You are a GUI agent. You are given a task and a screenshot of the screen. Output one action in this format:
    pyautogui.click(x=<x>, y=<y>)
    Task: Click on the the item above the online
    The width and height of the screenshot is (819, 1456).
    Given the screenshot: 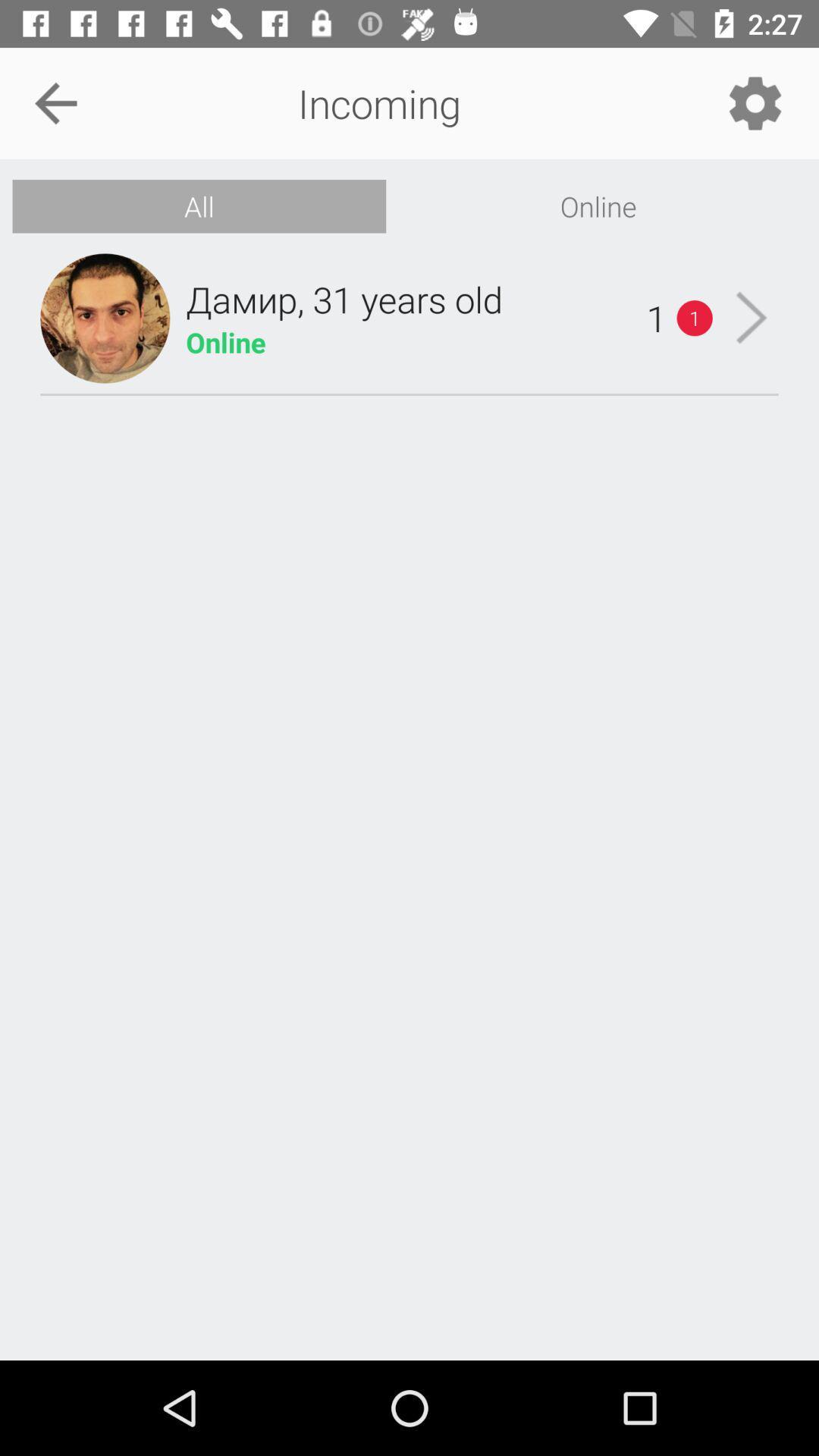 What is the action you would take?
    pyautogui.click(x=344, y=299)
    